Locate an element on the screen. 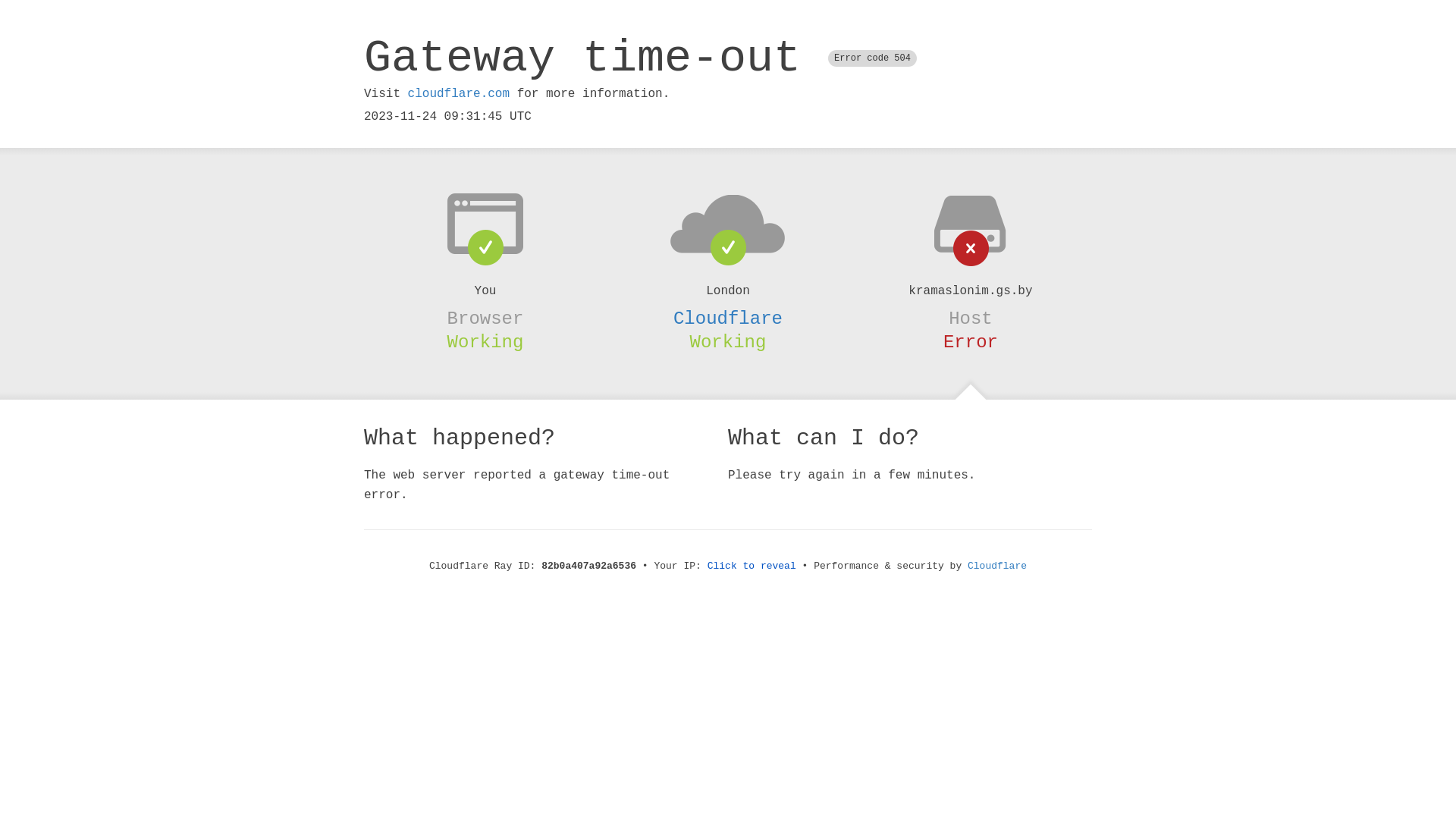  'Cloudflare' is located at coordinates (728, 318).